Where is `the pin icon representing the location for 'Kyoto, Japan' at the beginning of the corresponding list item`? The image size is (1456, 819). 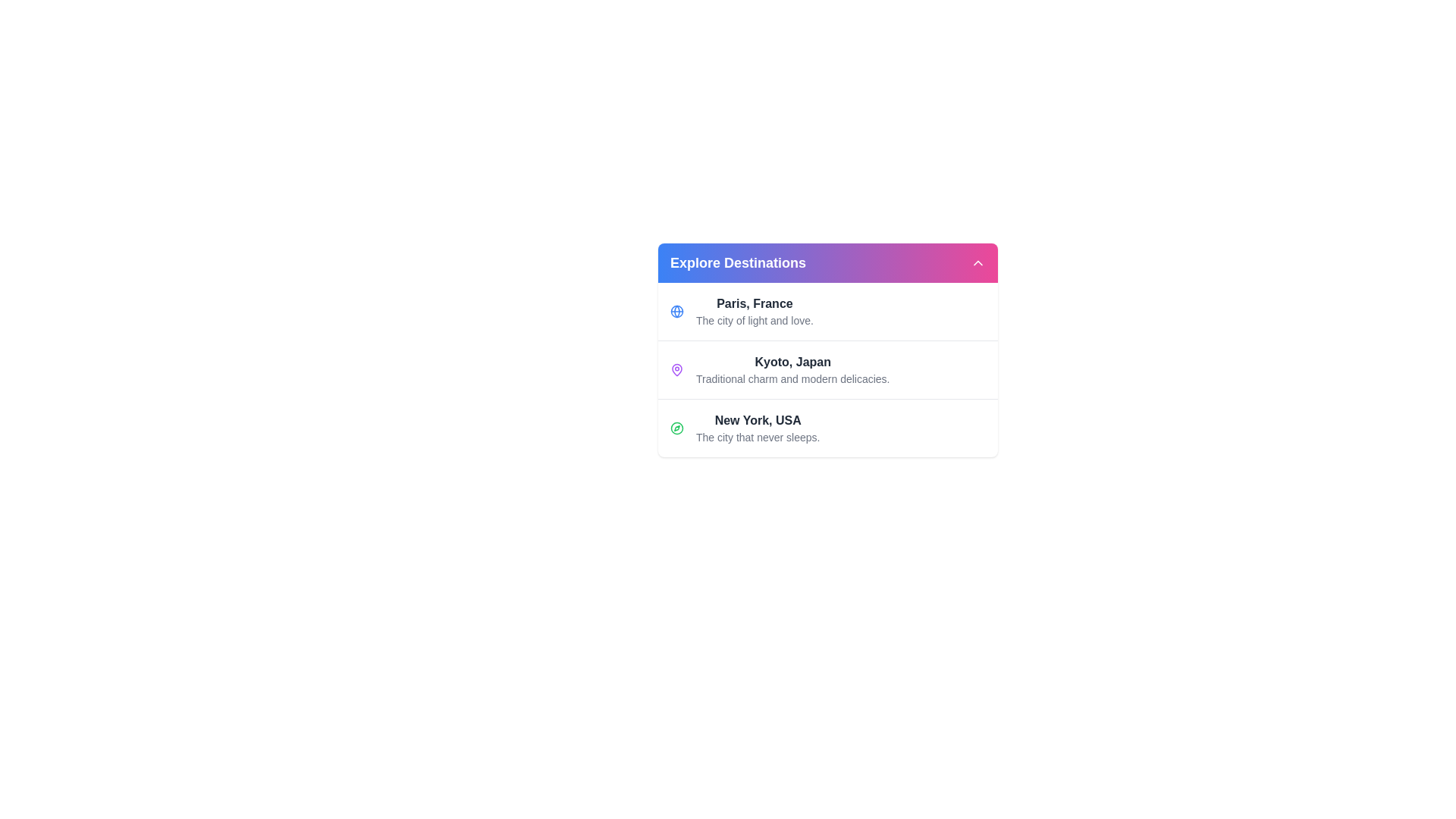
the pin icon representing the location for 'Kyoto, Japan' at the beginning of the corresponding list item is located at coordinates (676, 370).